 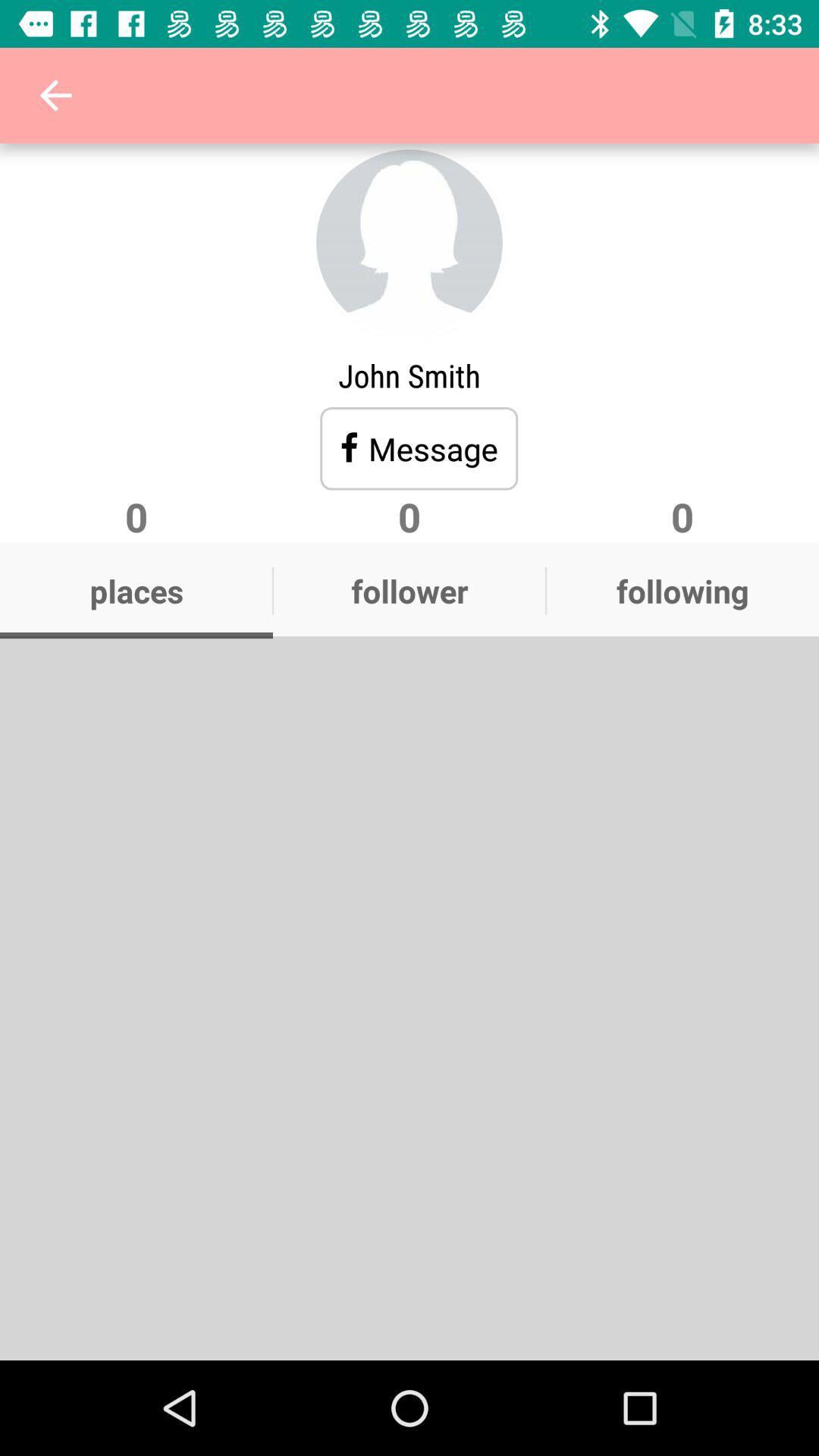 I want to click on the following icon, so click(x=681, y=590).